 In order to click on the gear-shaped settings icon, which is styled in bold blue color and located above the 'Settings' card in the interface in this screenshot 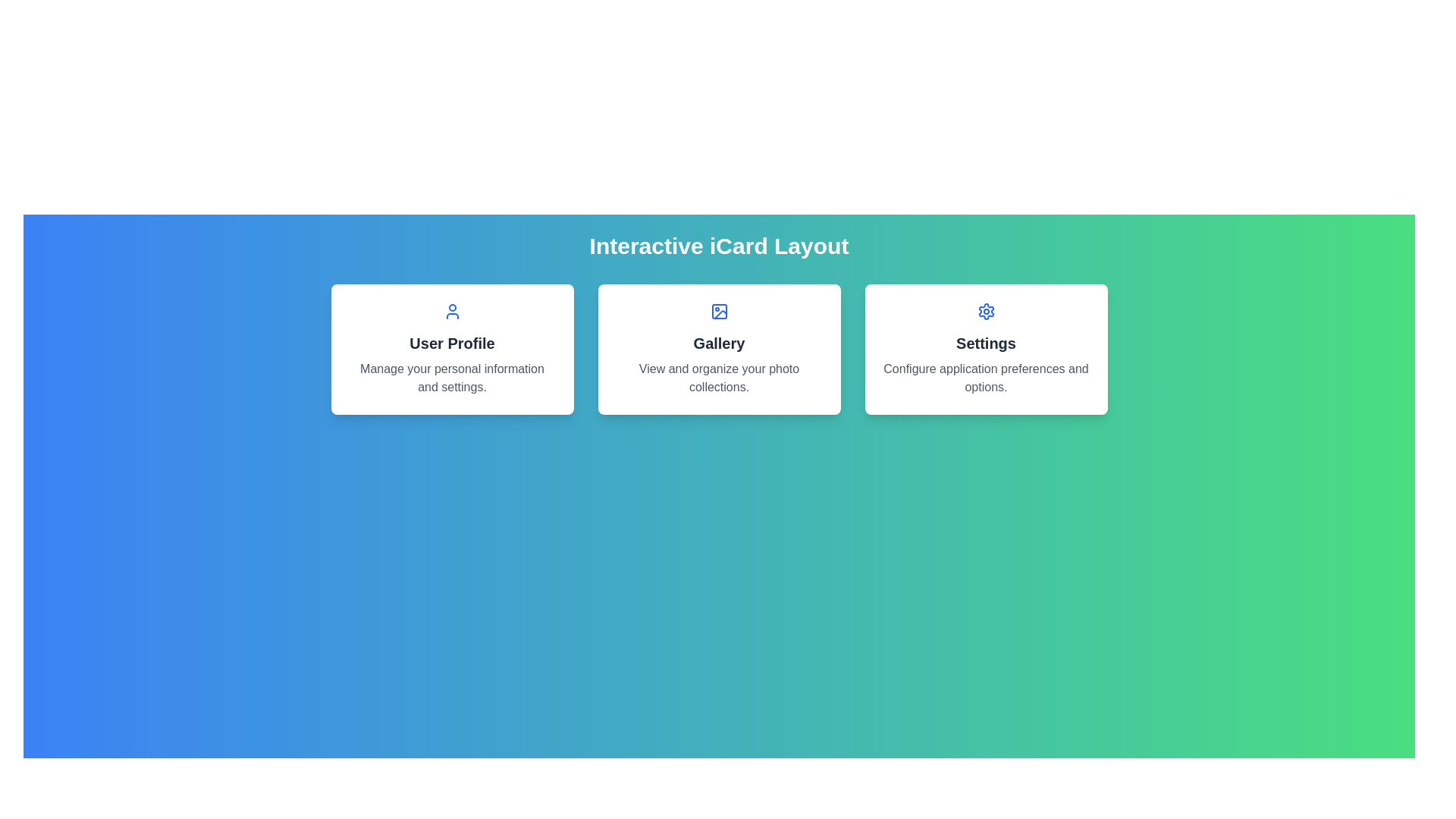, I will do `click(986, 311)`.